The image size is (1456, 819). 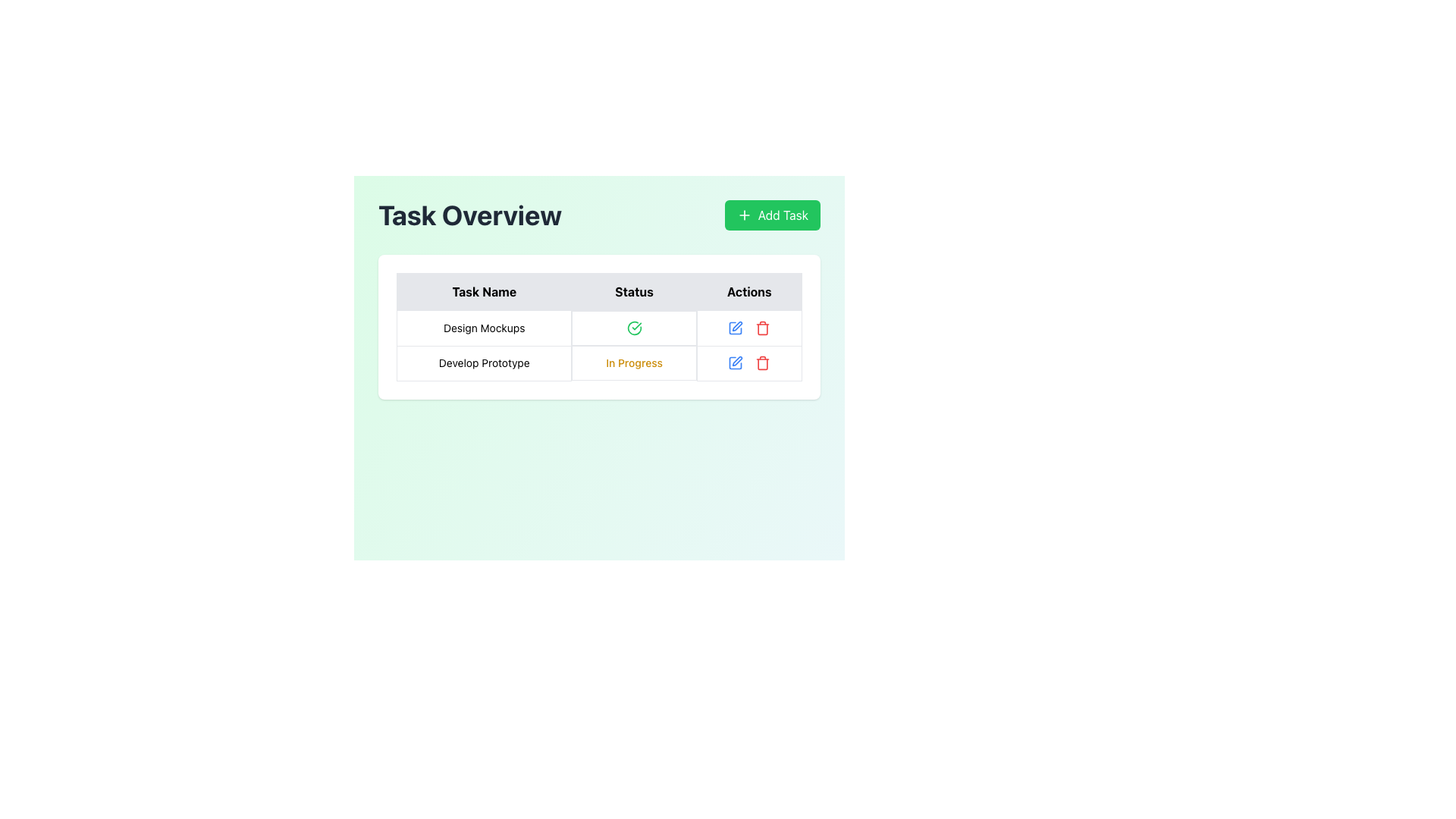 I want to click on the status icon in the 'Task Overview' table for the 'Design Mockups' task to check its completion status, so click(x=634, y=327).